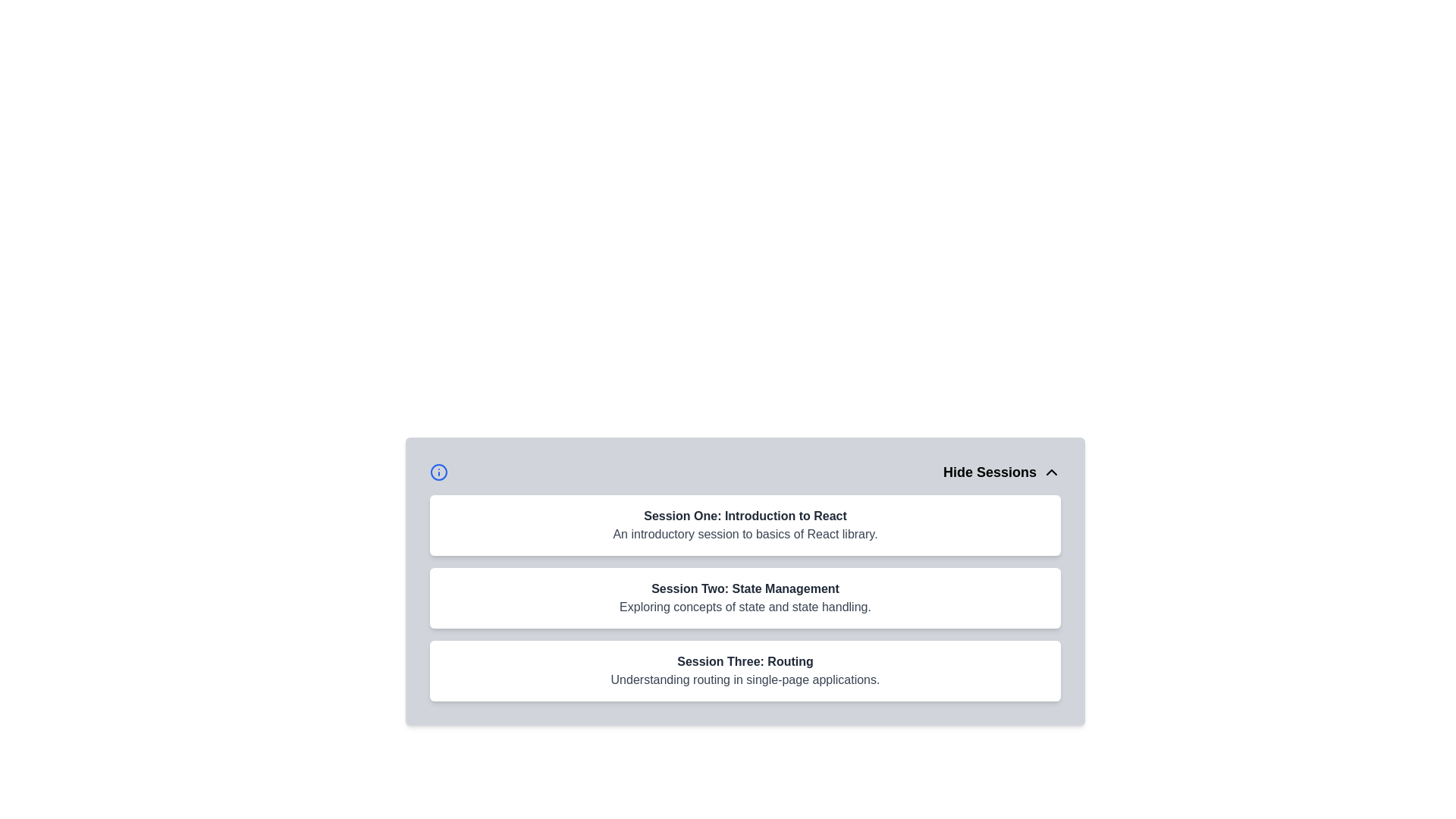 This screenshot has width=1456, height=819. Describe the element at coordinates (438, 472) in the screenshot. I see `the icon located in the top bar of the 'Hide Sessions' panel` at that location.